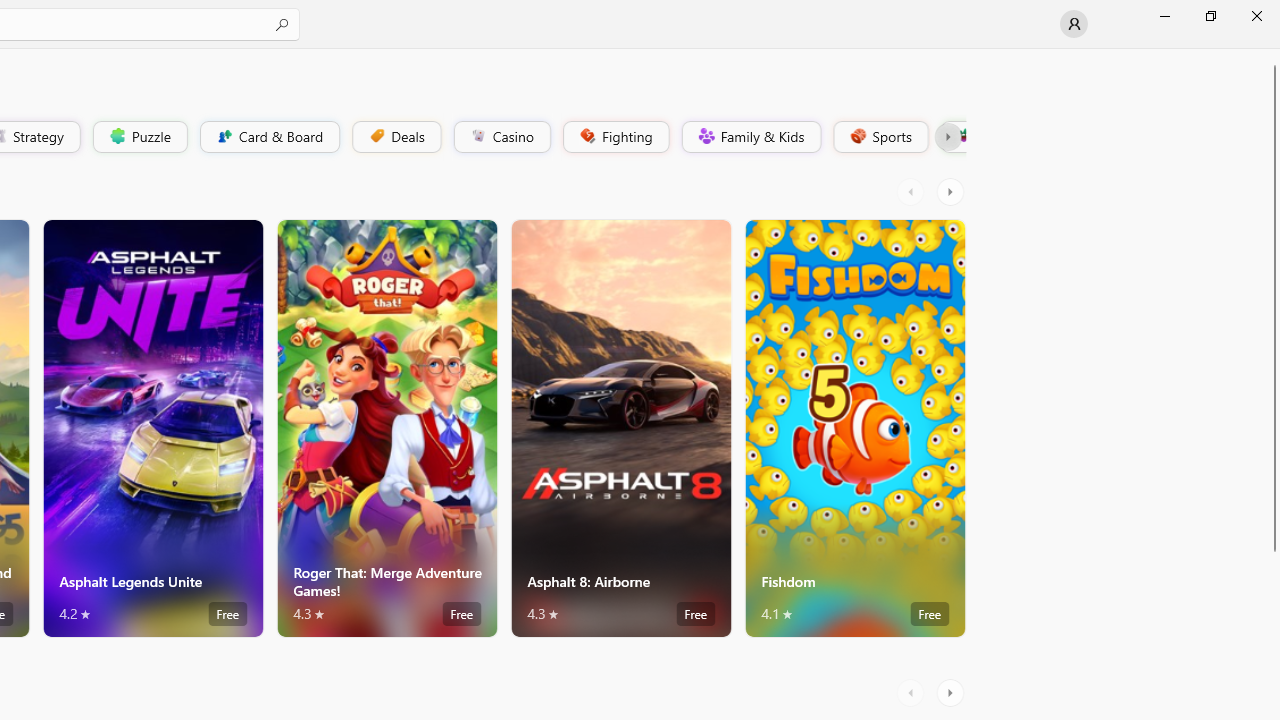  I want to click on 'Puzzle', so click(138, 135).